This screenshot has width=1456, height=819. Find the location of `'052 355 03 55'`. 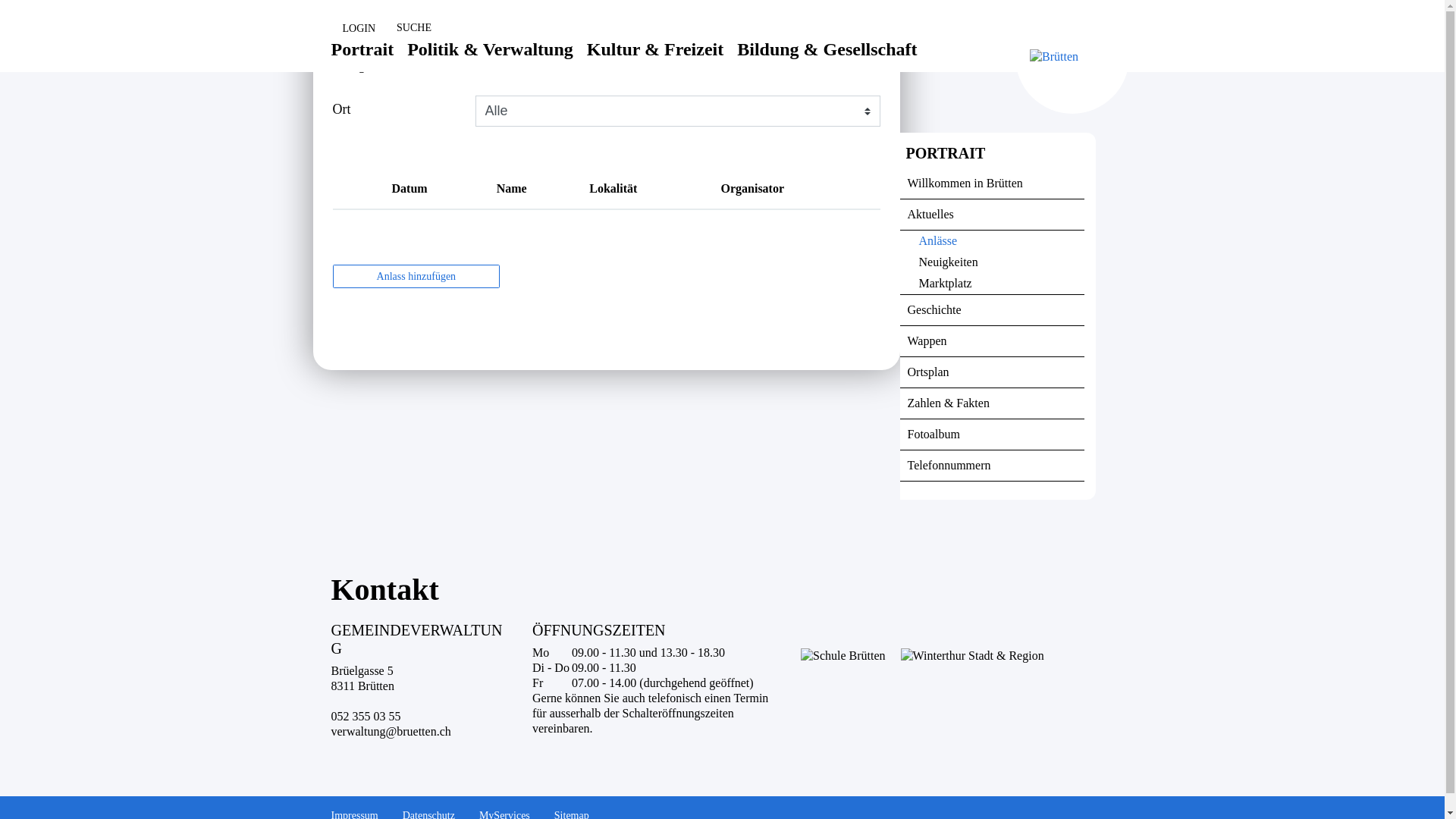

'052 355 03 55' is located at coordinates (365, 716).